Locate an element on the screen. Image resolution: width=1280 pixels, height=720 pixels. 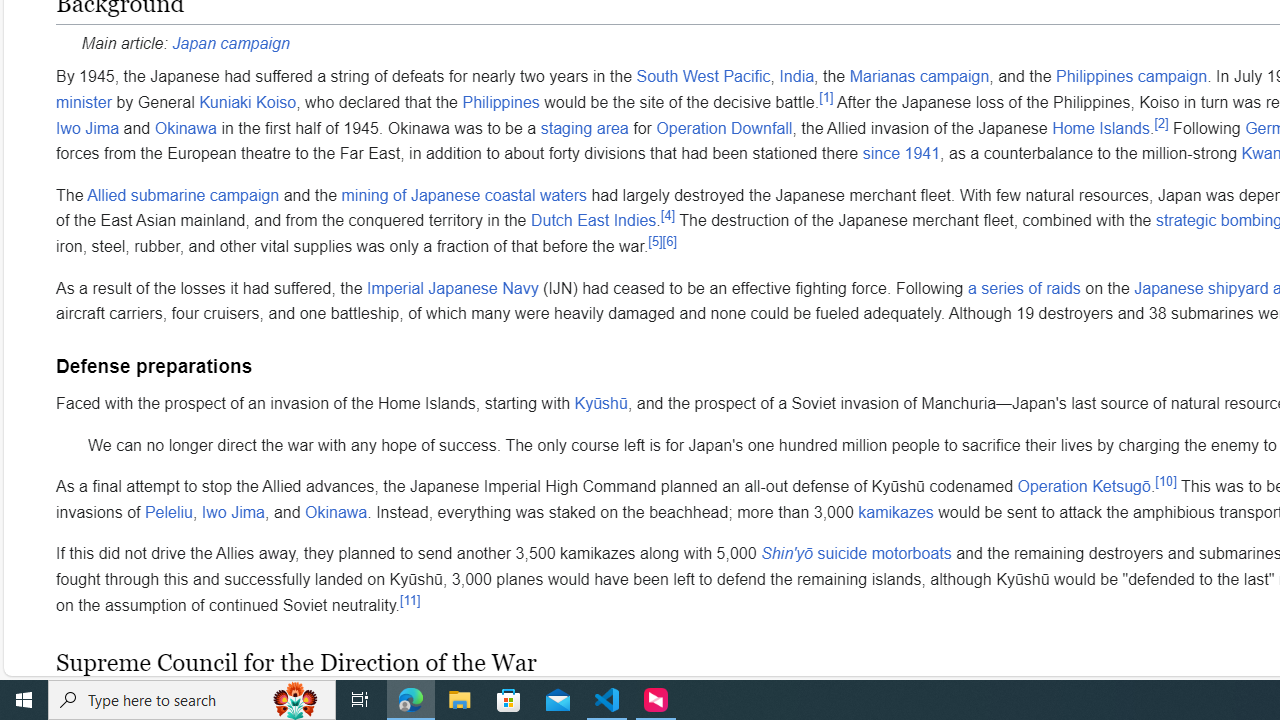
'Okinawa' is located at coordinates (336, 511).